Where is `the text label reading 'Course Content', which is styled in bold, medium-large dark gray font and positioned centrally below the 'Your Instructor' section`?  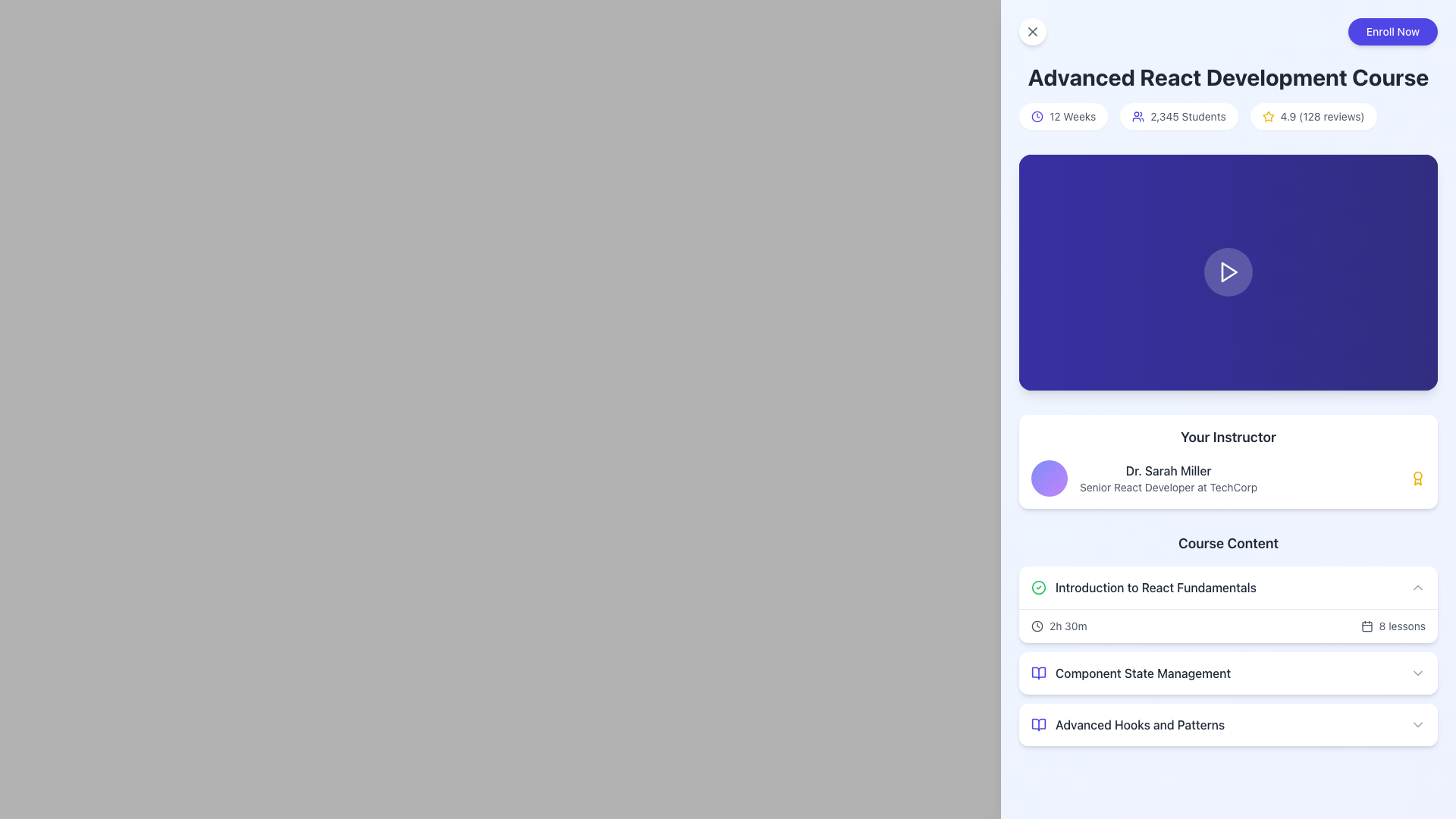 the text label reading 'Course Content', which is styled in bold, medium-large dark gray font and positioned centrally below the 'Your Instructor' section is located at coordinates (1228, 542).